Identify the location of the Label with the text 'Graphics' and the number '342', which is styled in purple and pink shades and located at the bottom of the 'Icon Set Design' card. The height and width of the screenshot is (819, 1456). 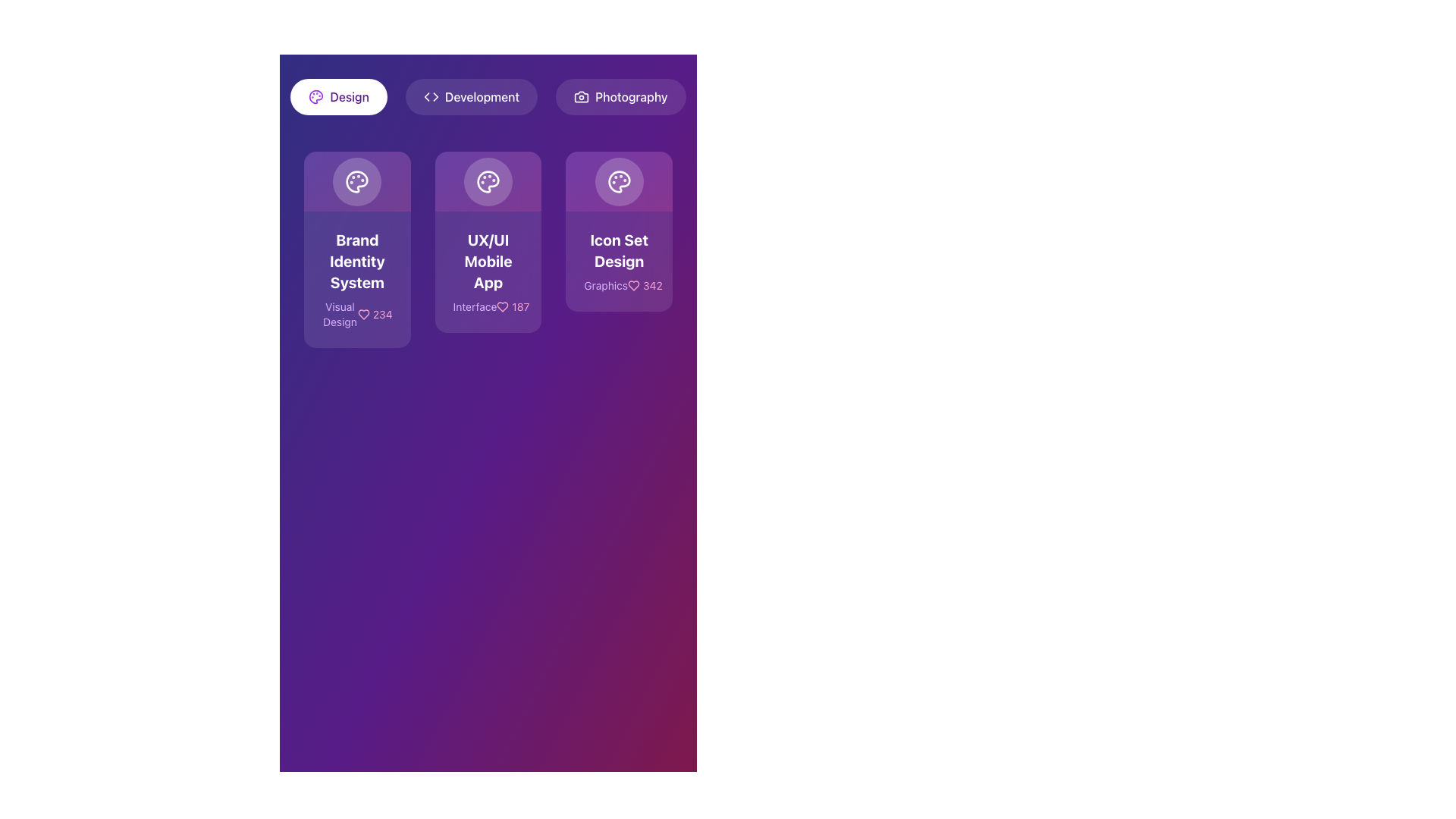
(619, 286).